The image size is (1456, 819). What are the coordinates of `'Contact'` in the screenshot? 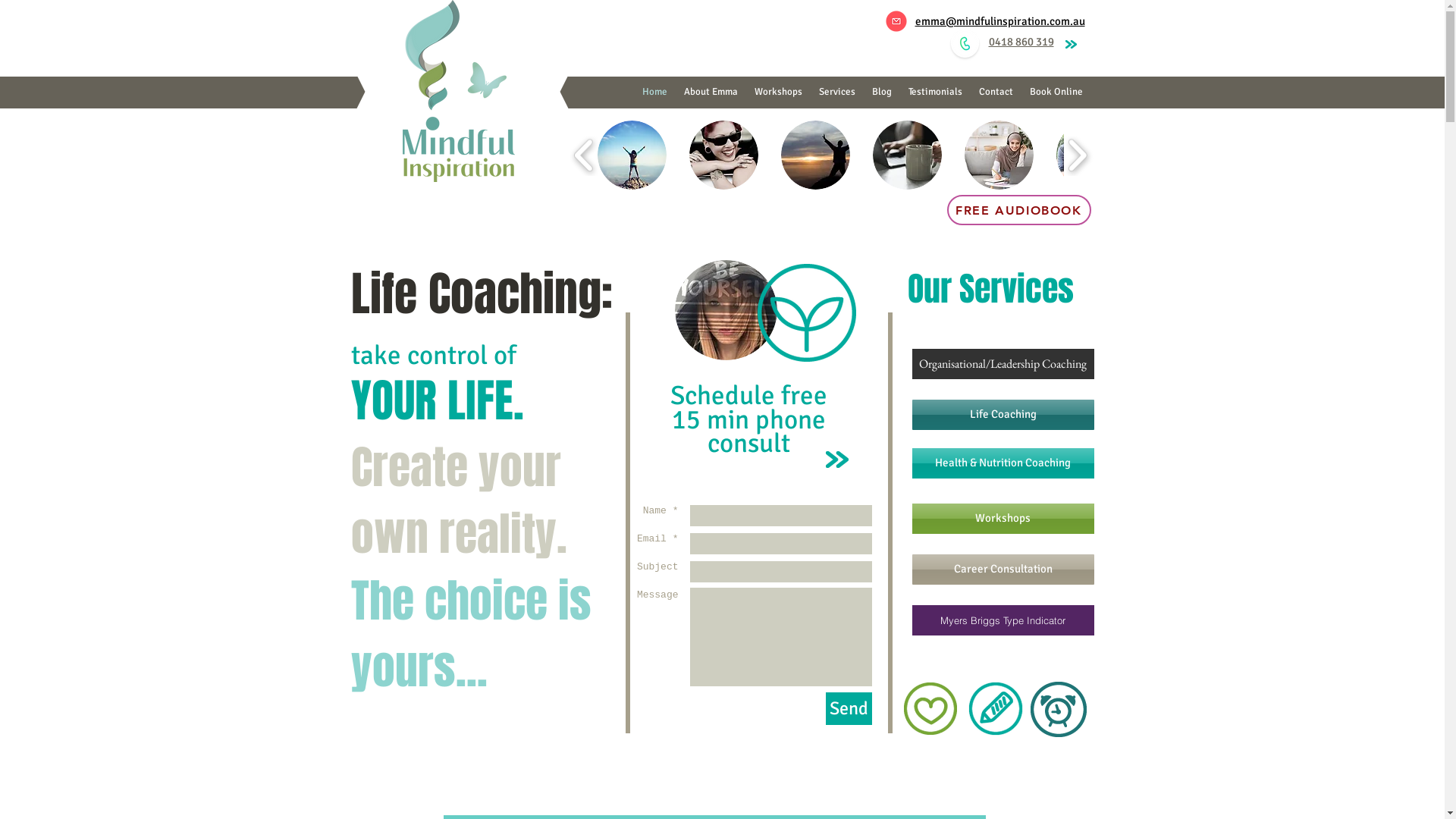 It's located at (971, 92).